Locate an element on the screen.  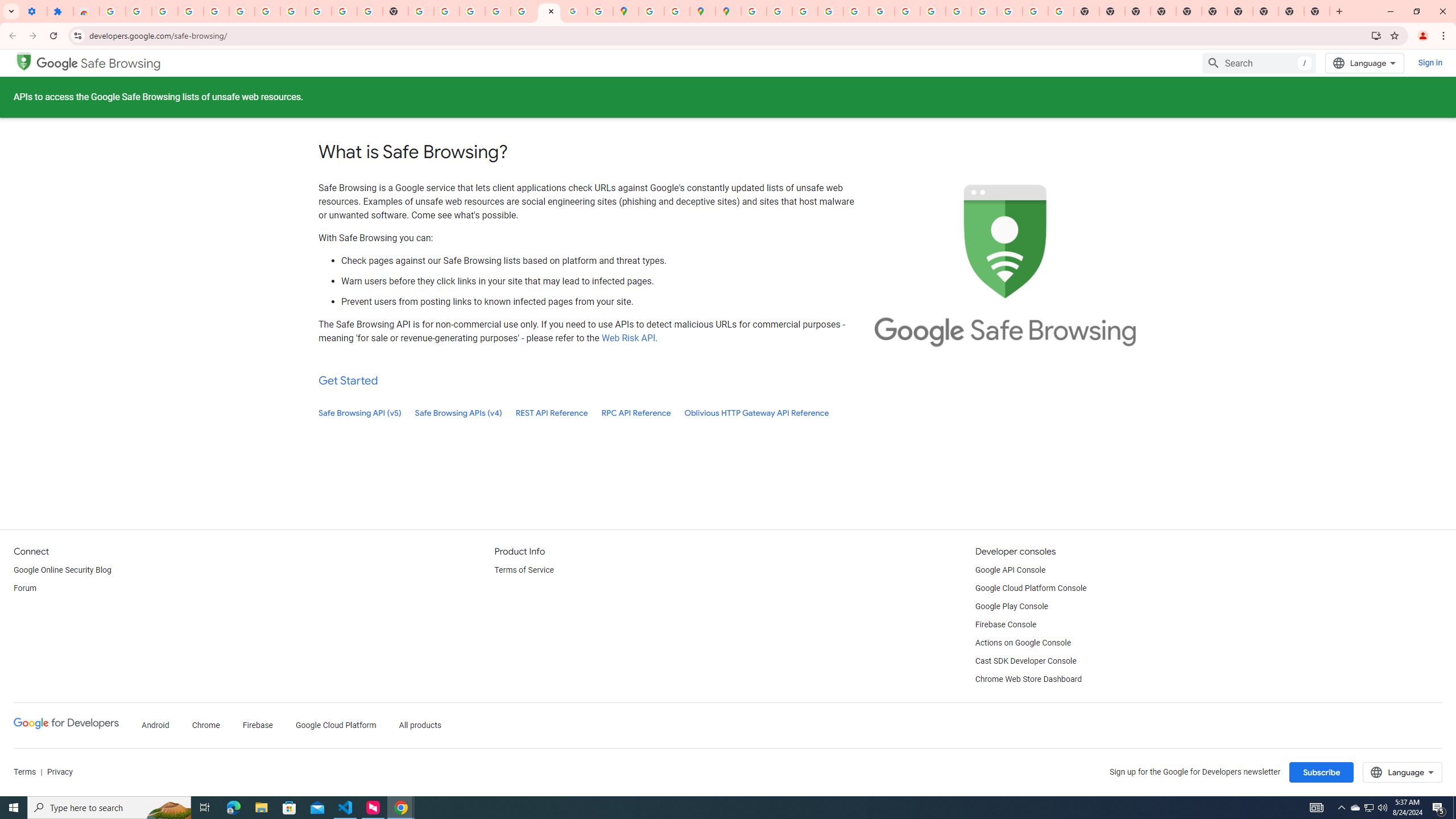
'Google Maps' is located at coordinates (626, 11).